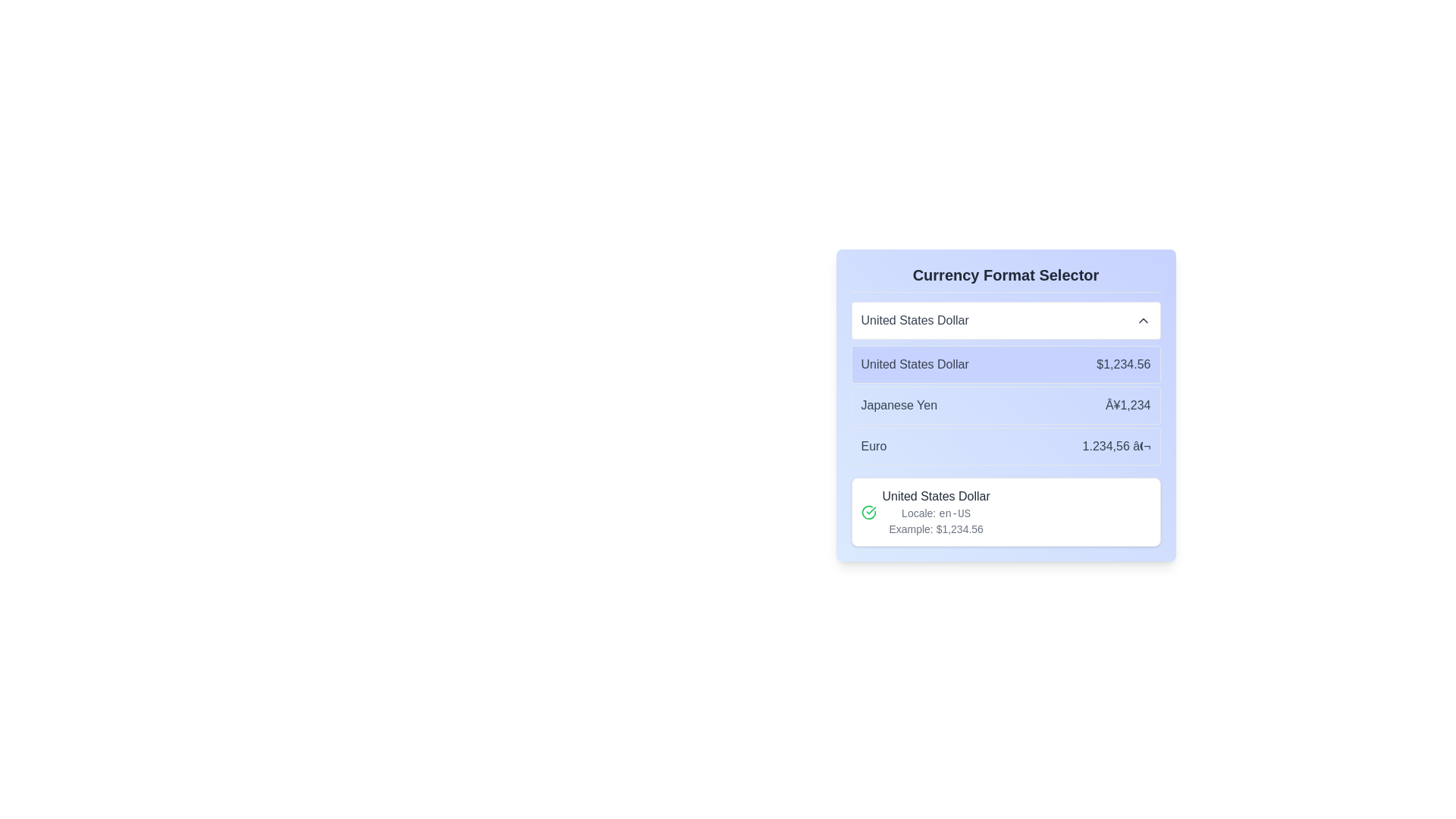 This screenshot has height=819, width=1456. Describe the element at coordinates (868, 512) in the screenshot. I see `the green circular icon with a checkmark inside, indicating a positive status, located near the currency-related description box in the lower contextual information area of the interface` at that location.